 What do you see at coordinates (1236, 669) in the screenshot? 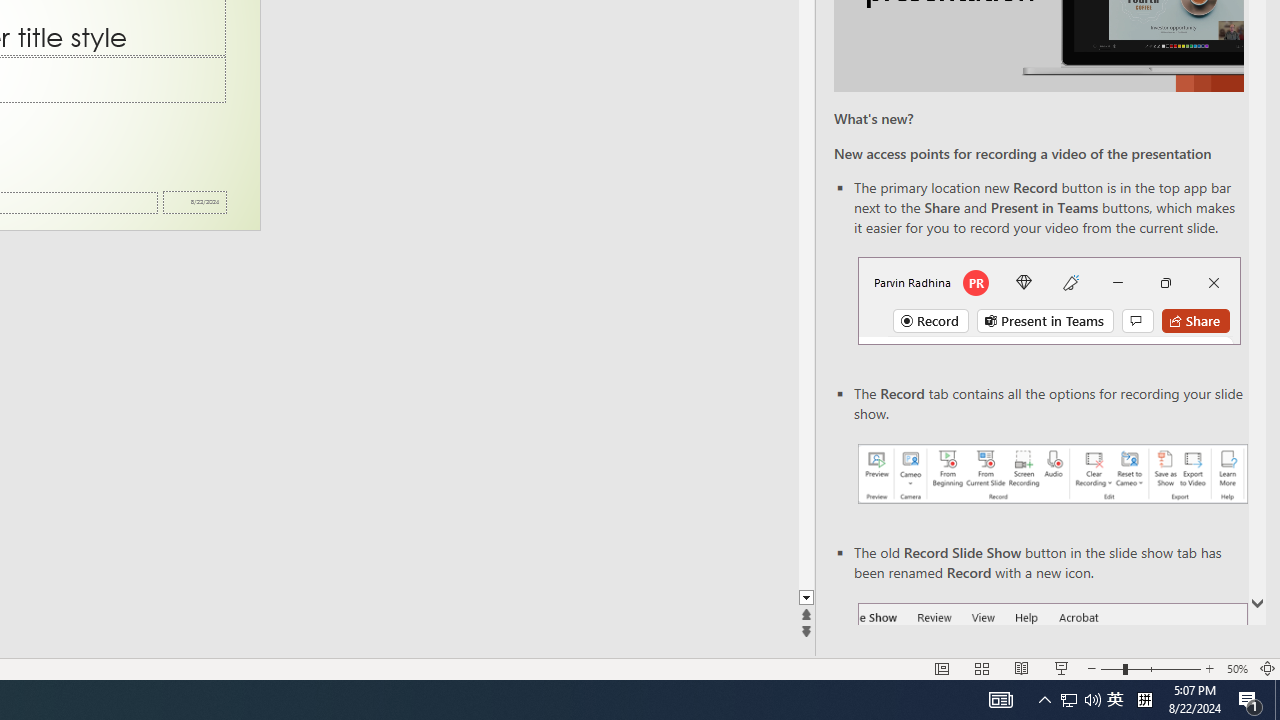
I see `'Zoom 50%'` at bounding box center [1236, 669].